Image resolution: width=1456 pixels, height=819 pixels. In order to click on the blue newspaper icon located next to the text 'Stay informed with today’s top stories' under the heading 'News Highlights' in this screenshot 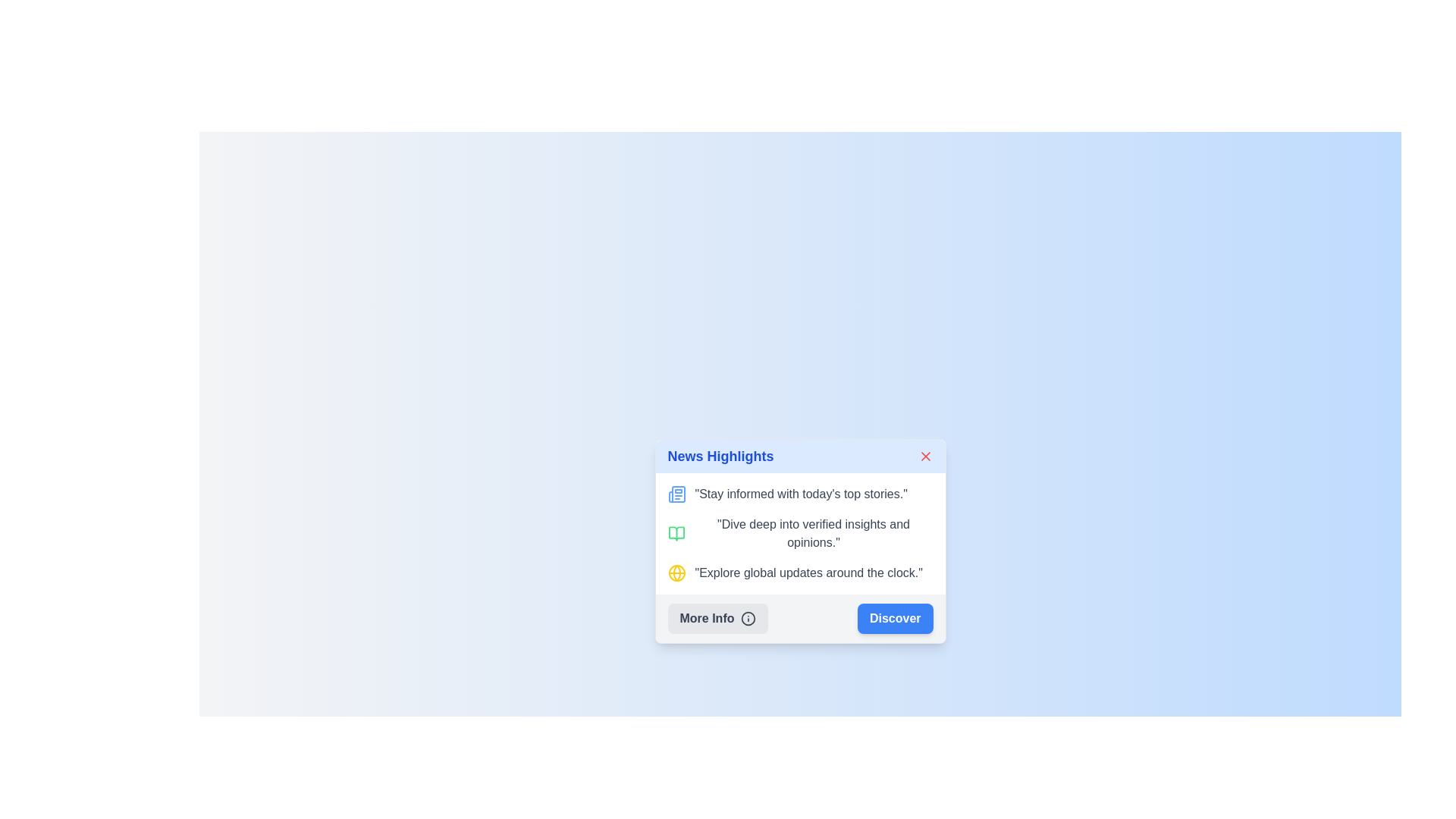, I will do `click(676, 494)`.